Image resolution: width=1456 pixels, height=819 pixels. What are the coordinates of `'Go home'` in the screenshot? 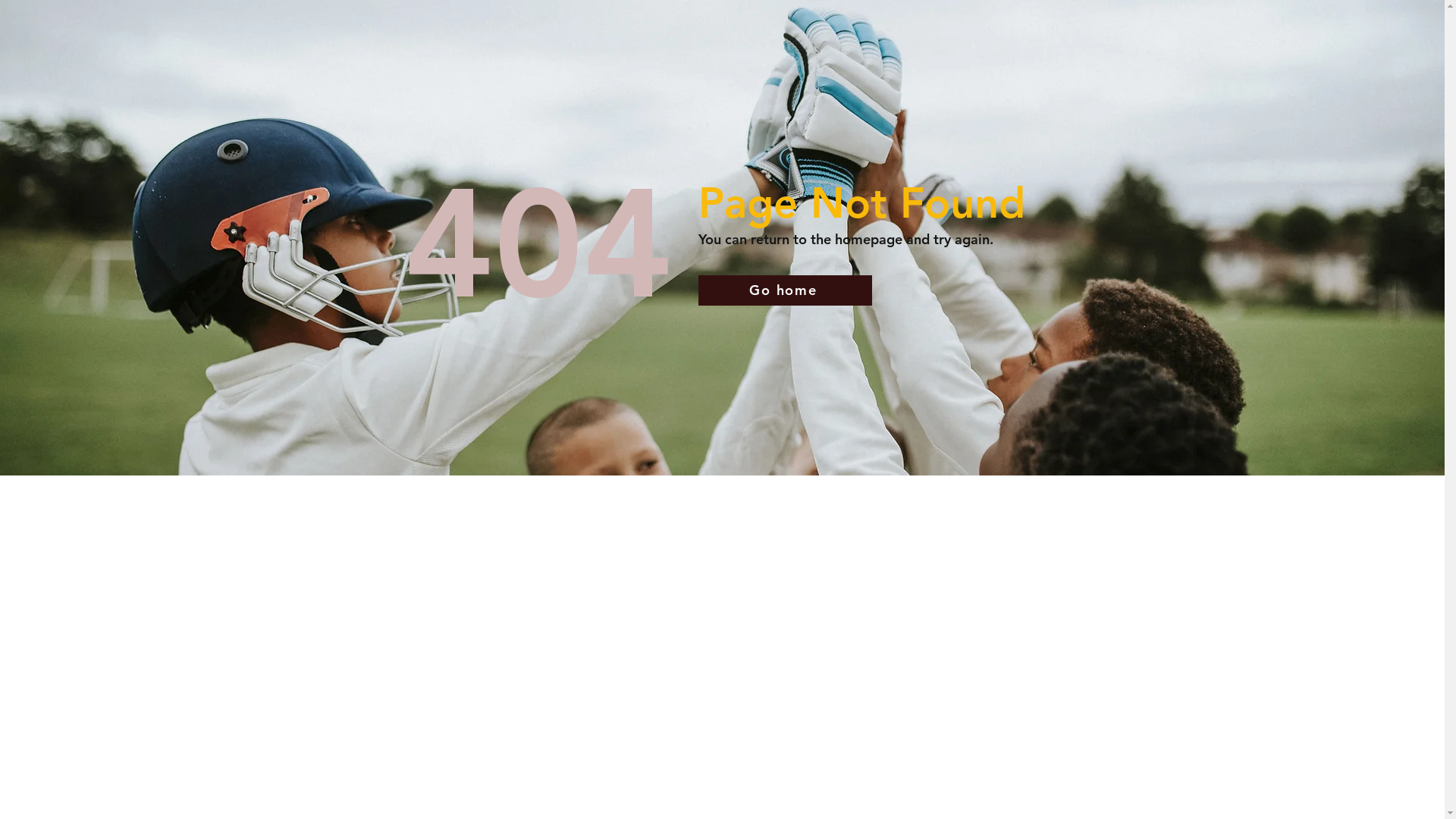 It's located at (784, 290).